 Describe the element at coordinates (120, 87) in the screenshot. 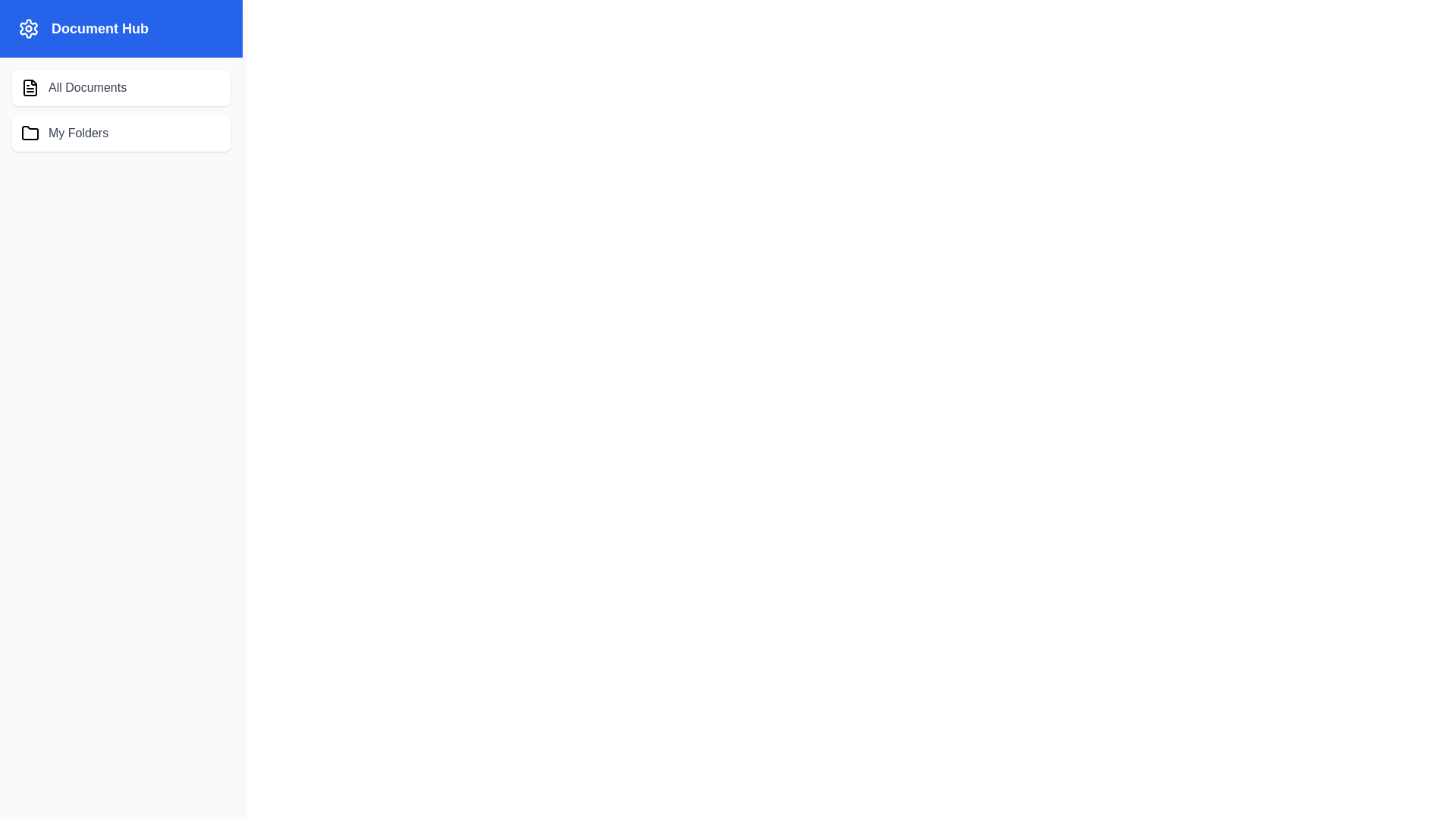

I see `the 'All Documents' option` at that location.